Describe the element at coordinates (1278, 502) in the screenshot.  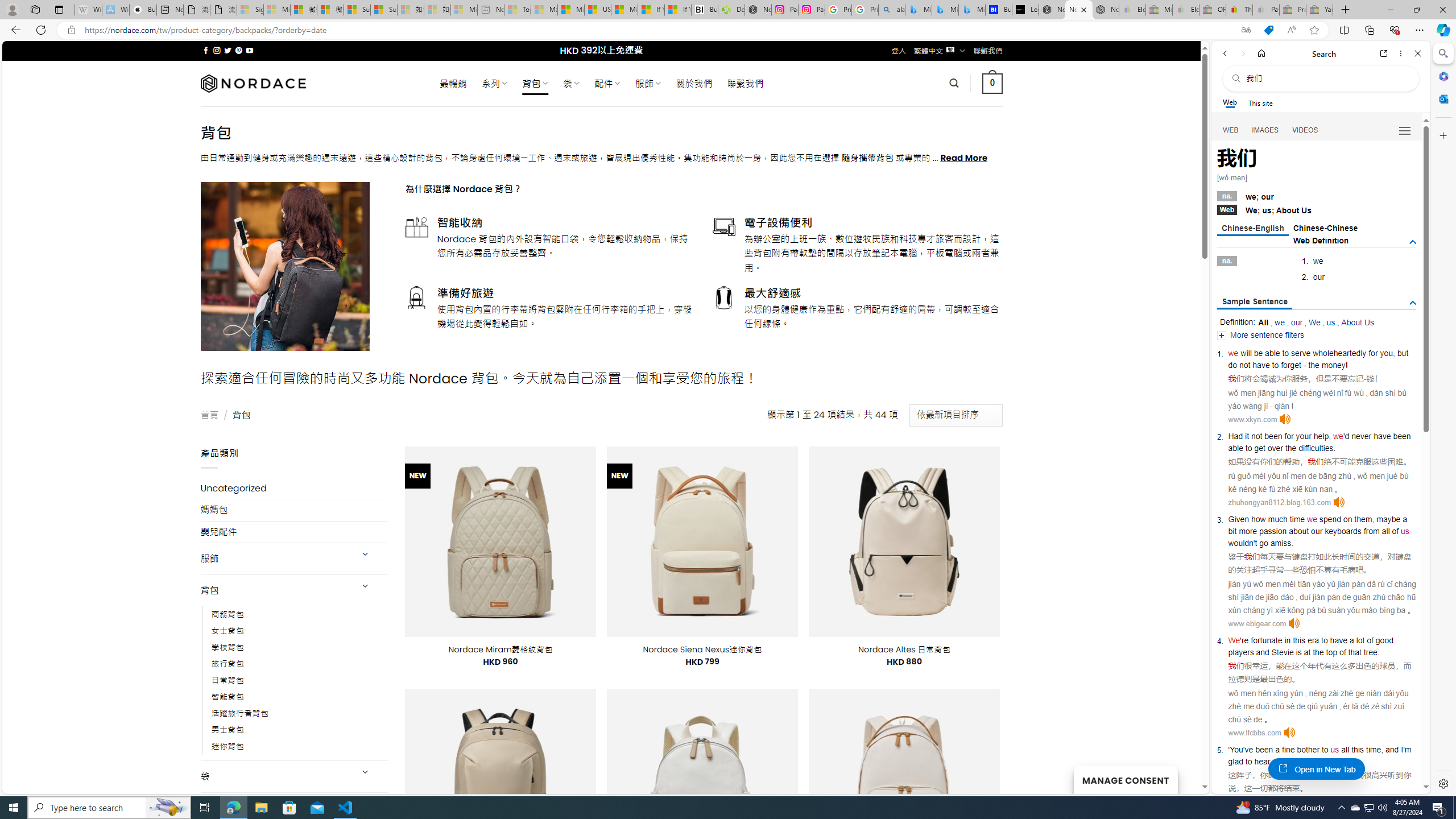
I see `'zhuhongyan8112.blog.163.com'` at that location.